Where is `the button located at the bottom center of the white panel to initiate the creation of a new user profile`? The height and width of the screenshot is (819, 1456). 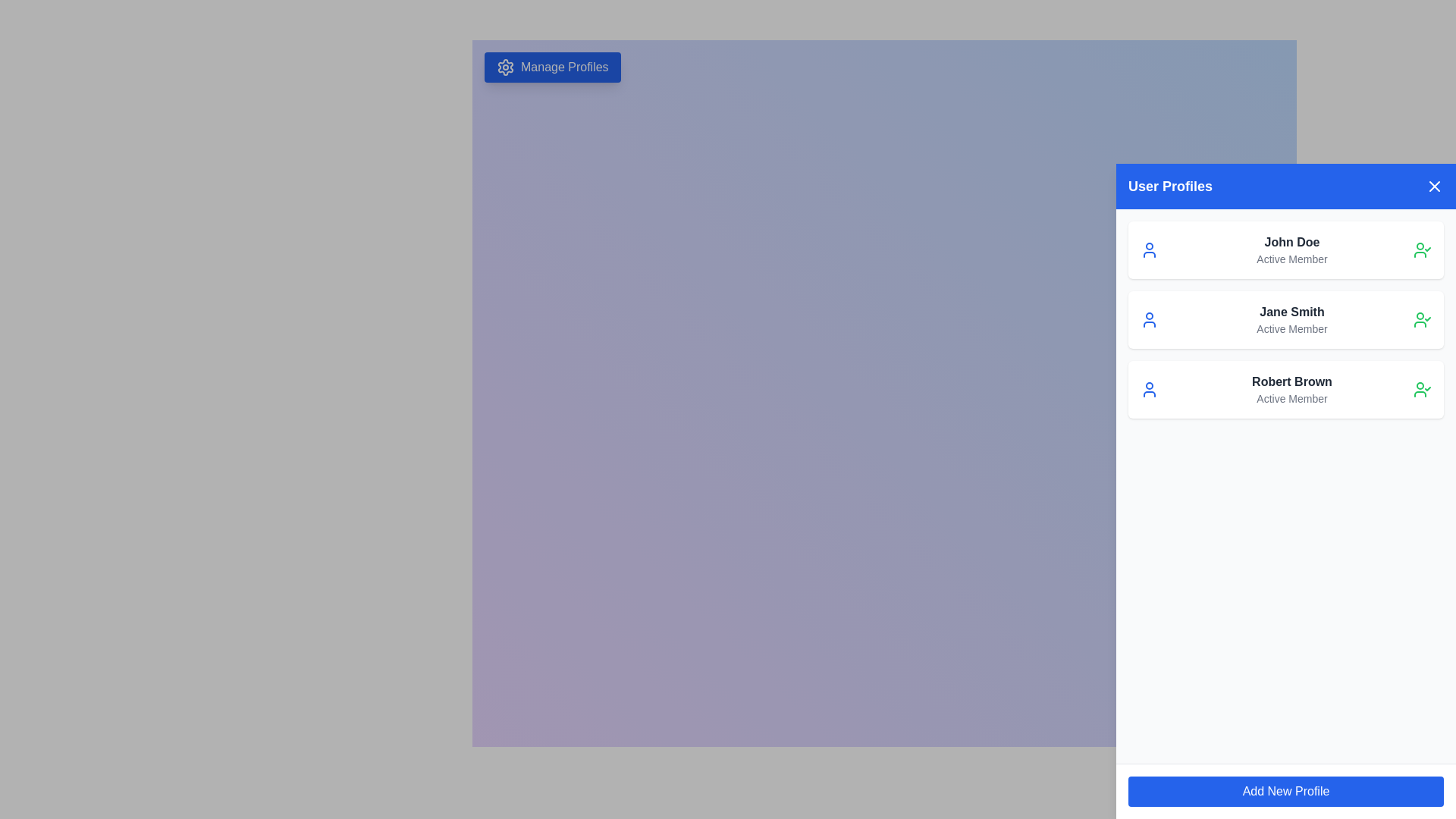
the button located at the bottom center of the white panel to initiate the creation of a new user profile is located at coordinates (1285, 791).